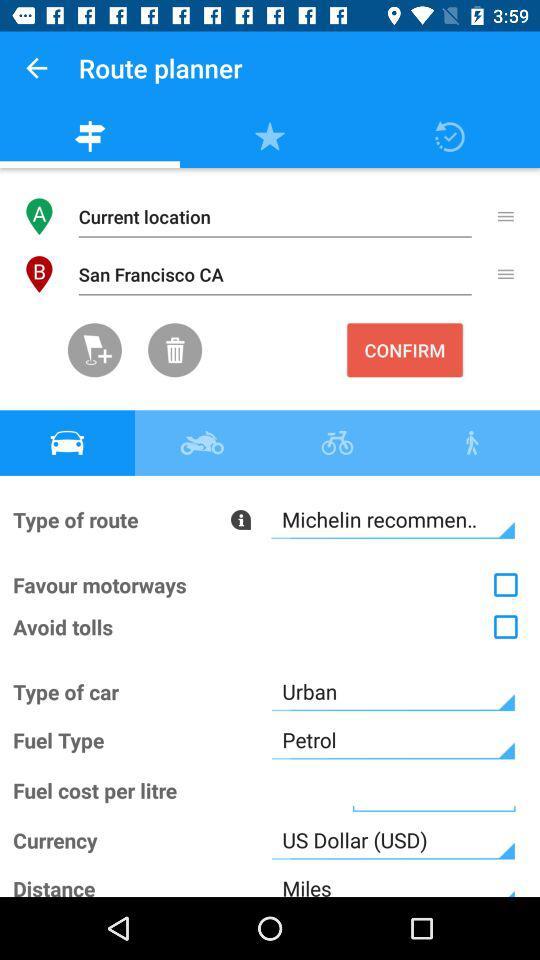  I want to click on the delete icon, so click(175, 350).